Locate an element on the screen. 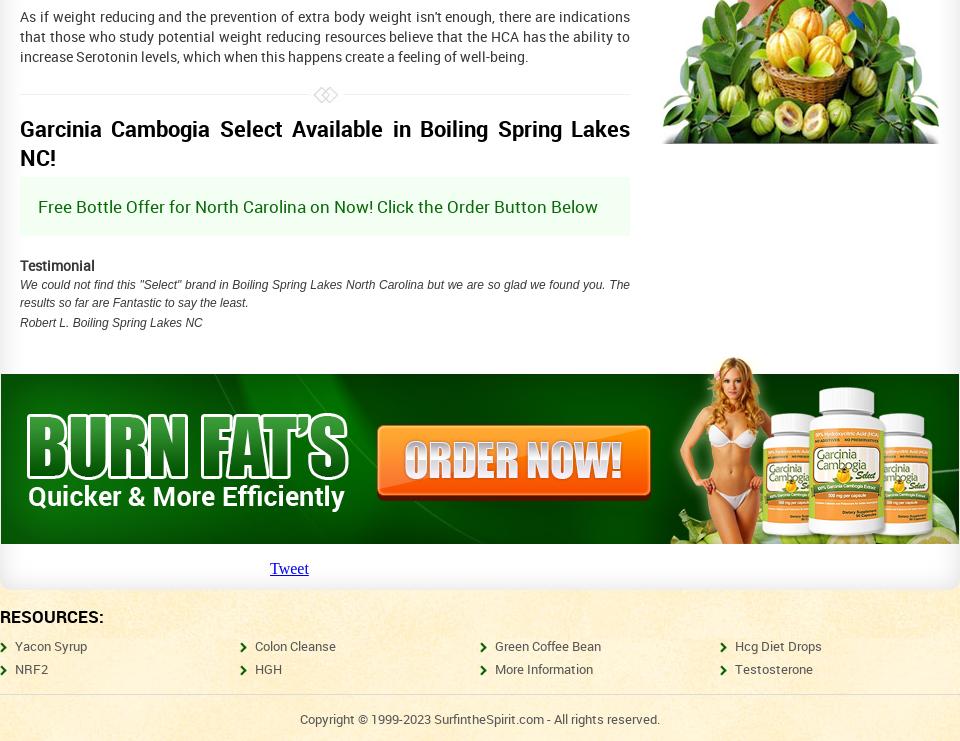 Image resolution: width=960 pixels, height=741 pixels. 'Testimonial' is located at coordinates (56, 265).